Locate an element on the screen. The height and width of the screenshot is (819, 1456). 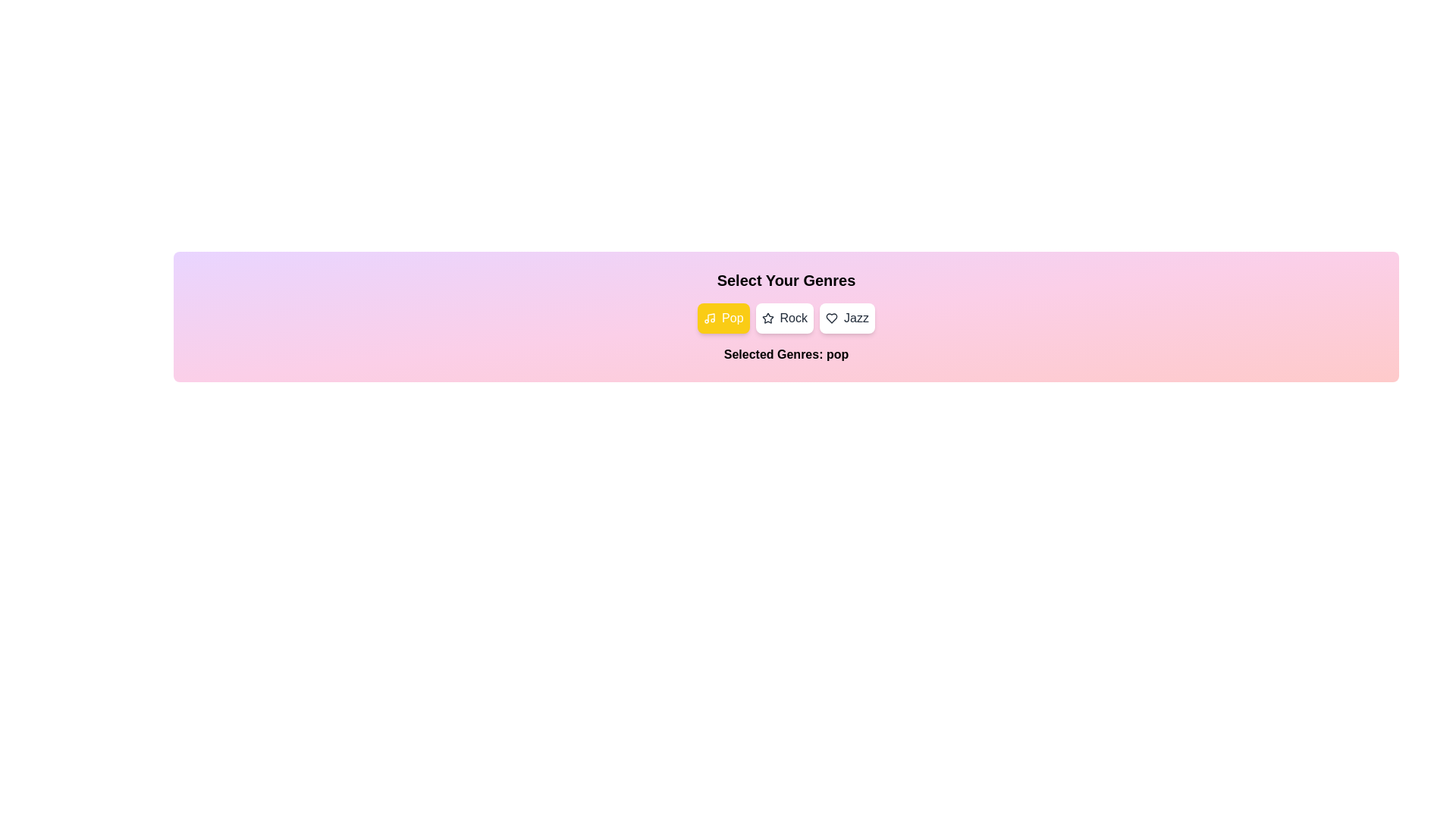
the Rock button to observe its hover effect is located at coordinates (785, 318).